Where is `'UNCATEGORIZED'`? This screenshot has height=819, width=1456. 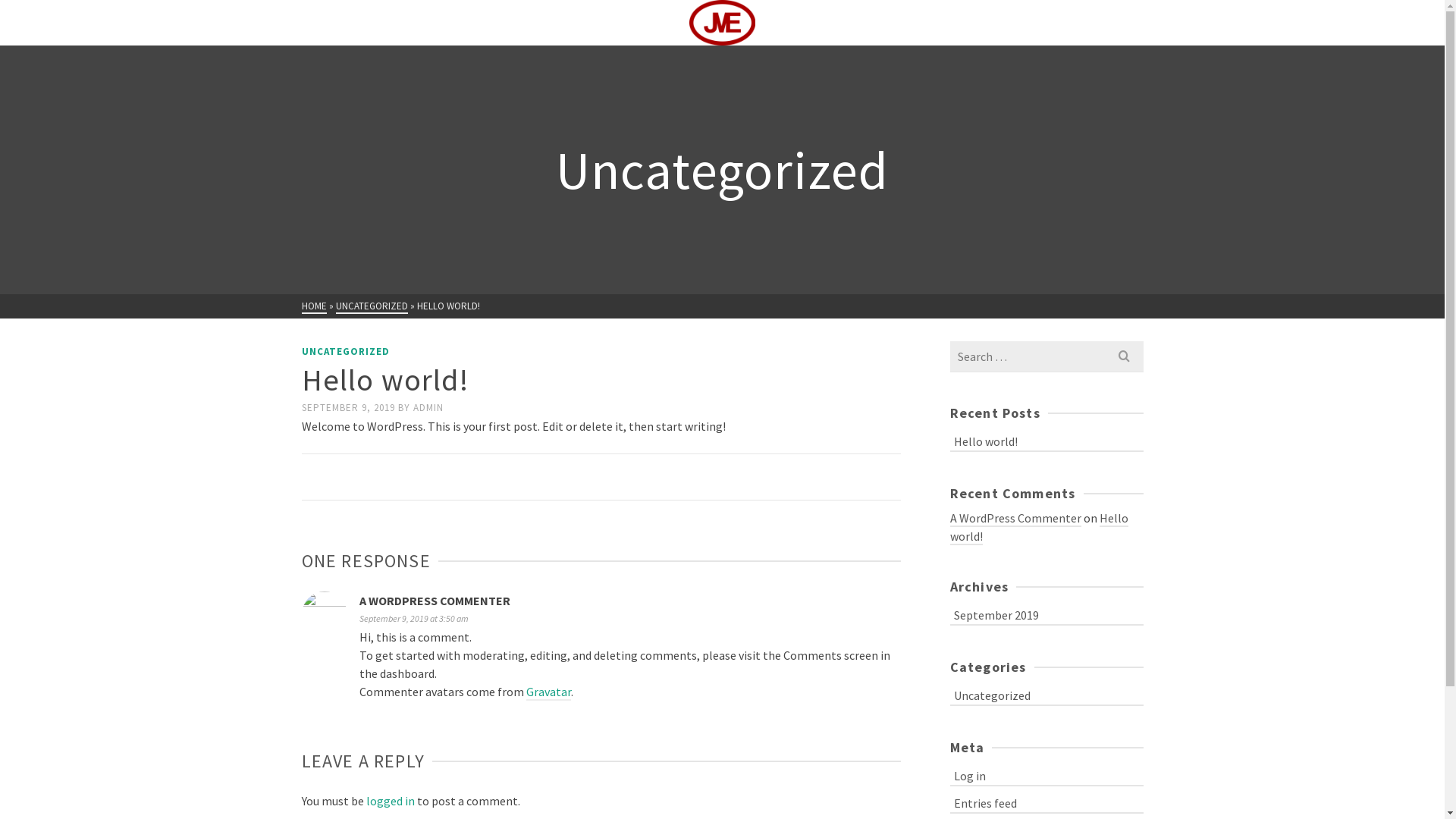
'UNCATEGORIZED' is located at coordinates (371, 306).